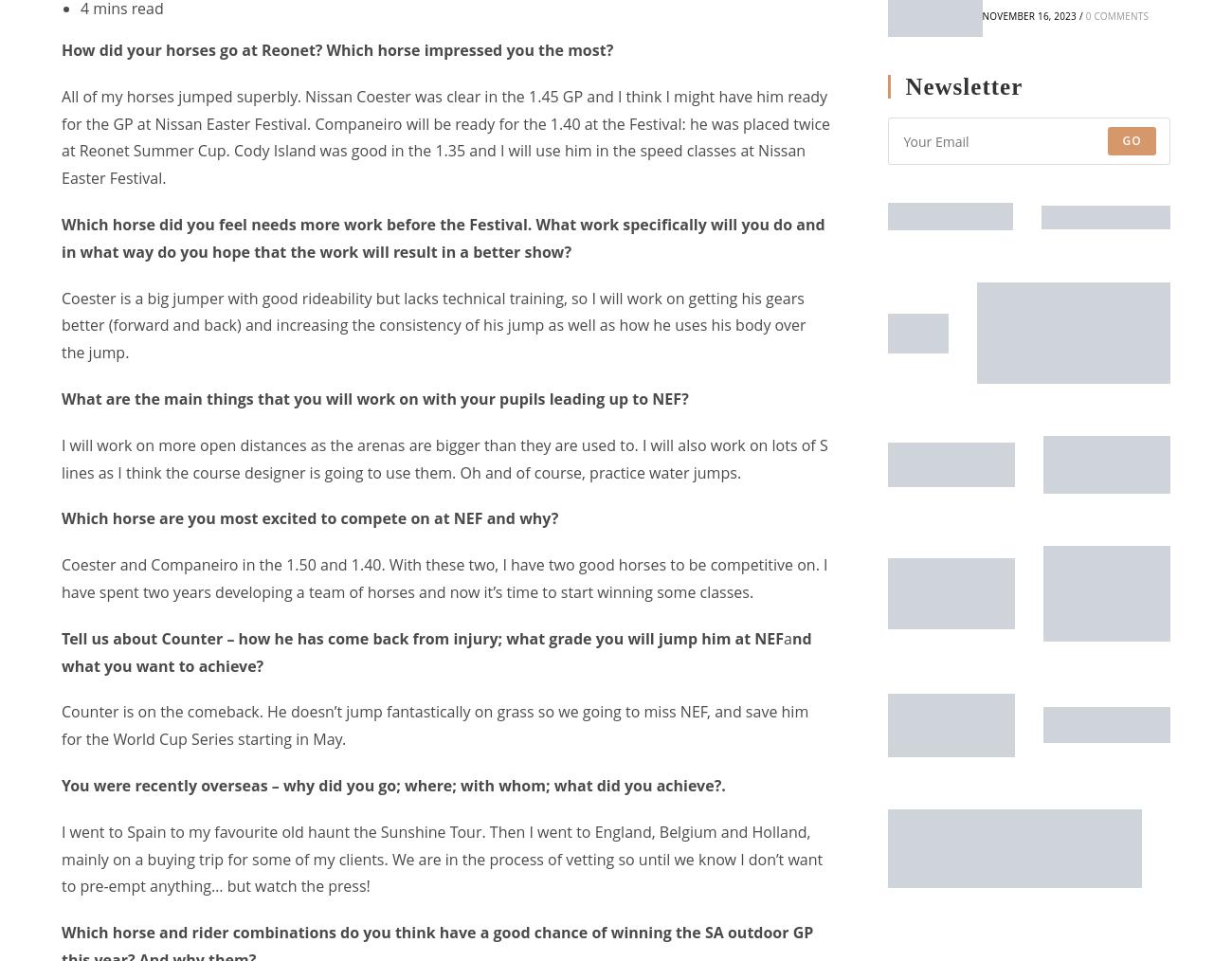 This screenshot has height=961, width=1232. Describe the element at coordinates (62, 517) in the screenshot. I see `'Which horse are you most excited to compete on at NEF and why?'` at that location.